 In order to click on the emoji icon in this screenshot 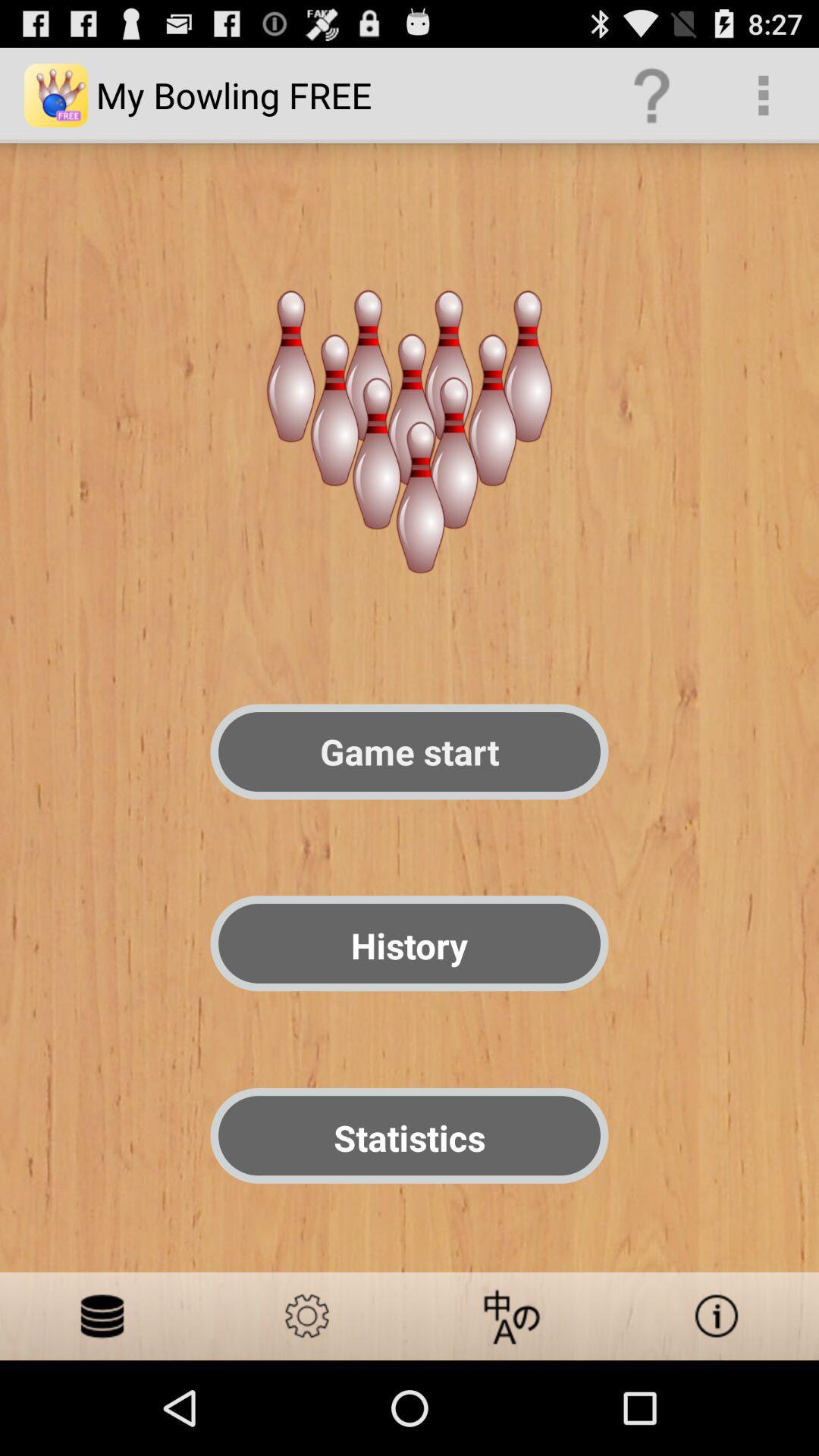, I will do `click(102, 1407)`.